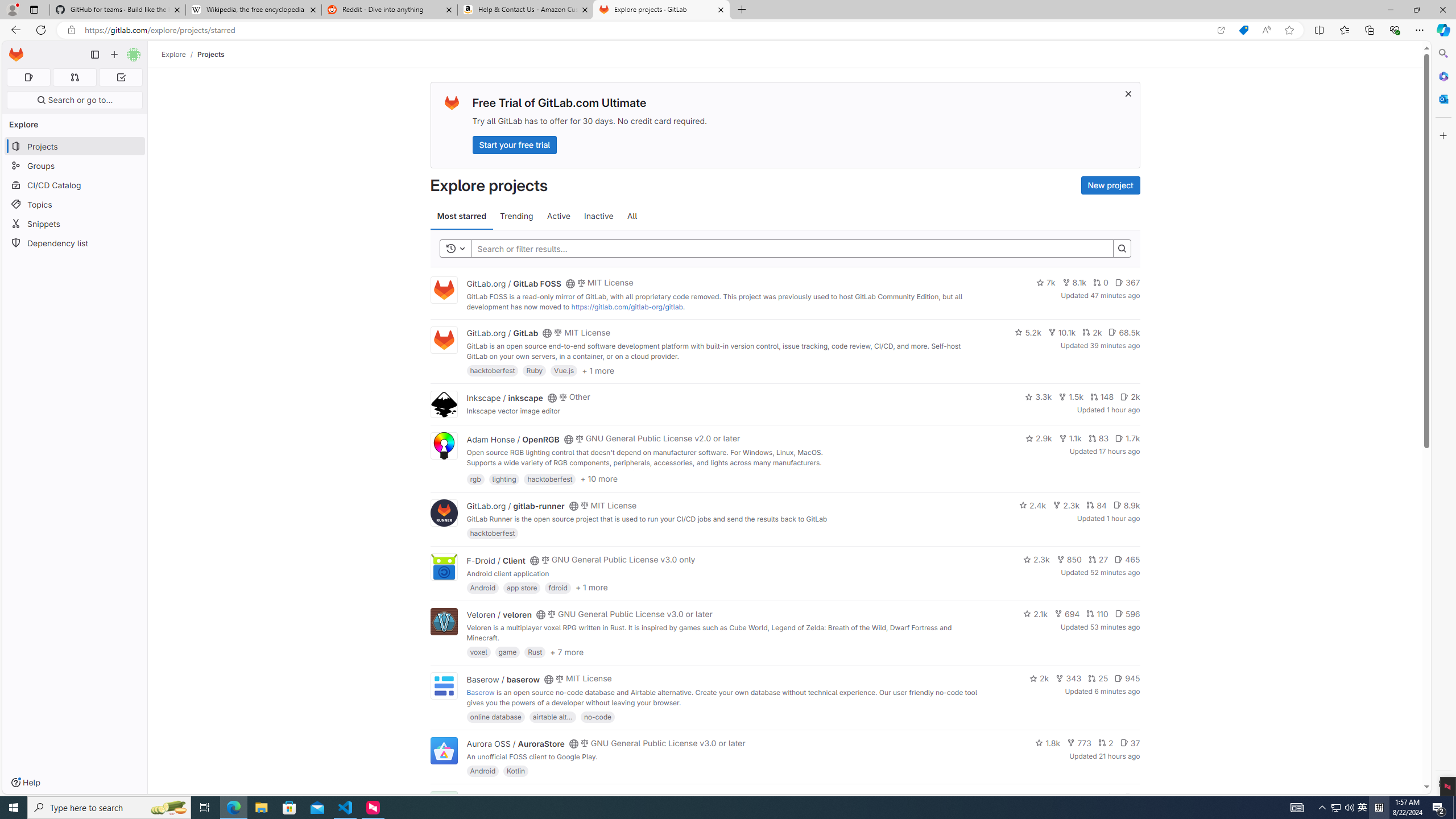 The height and width of the screenshot is (819, 1456). Describe the element at coordinates (1069, 678) in the screenshot. I see `'343'` at that location.